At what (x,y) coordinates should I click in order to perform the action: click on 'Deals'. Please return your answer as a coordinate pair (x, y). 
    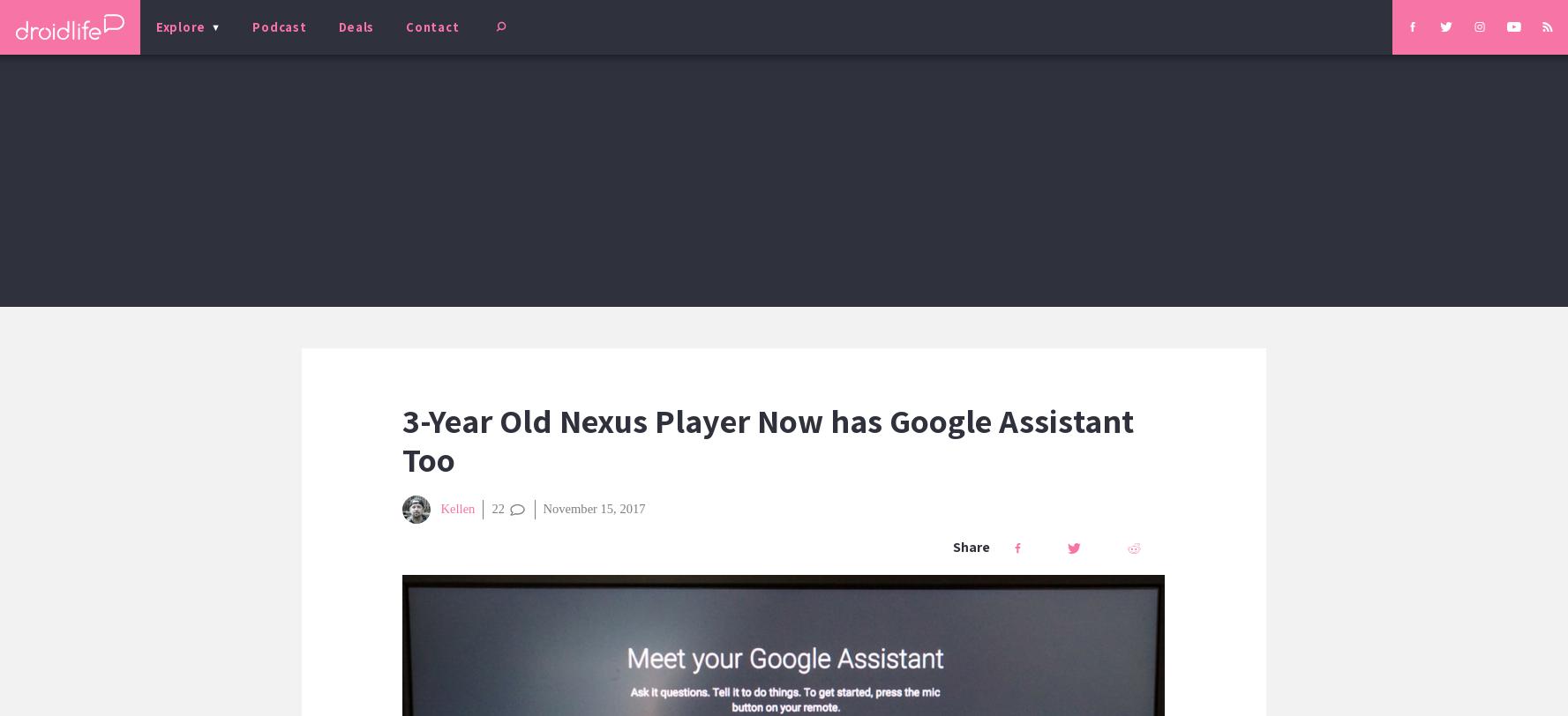
    Looking at the image, I should click on (337, 26).